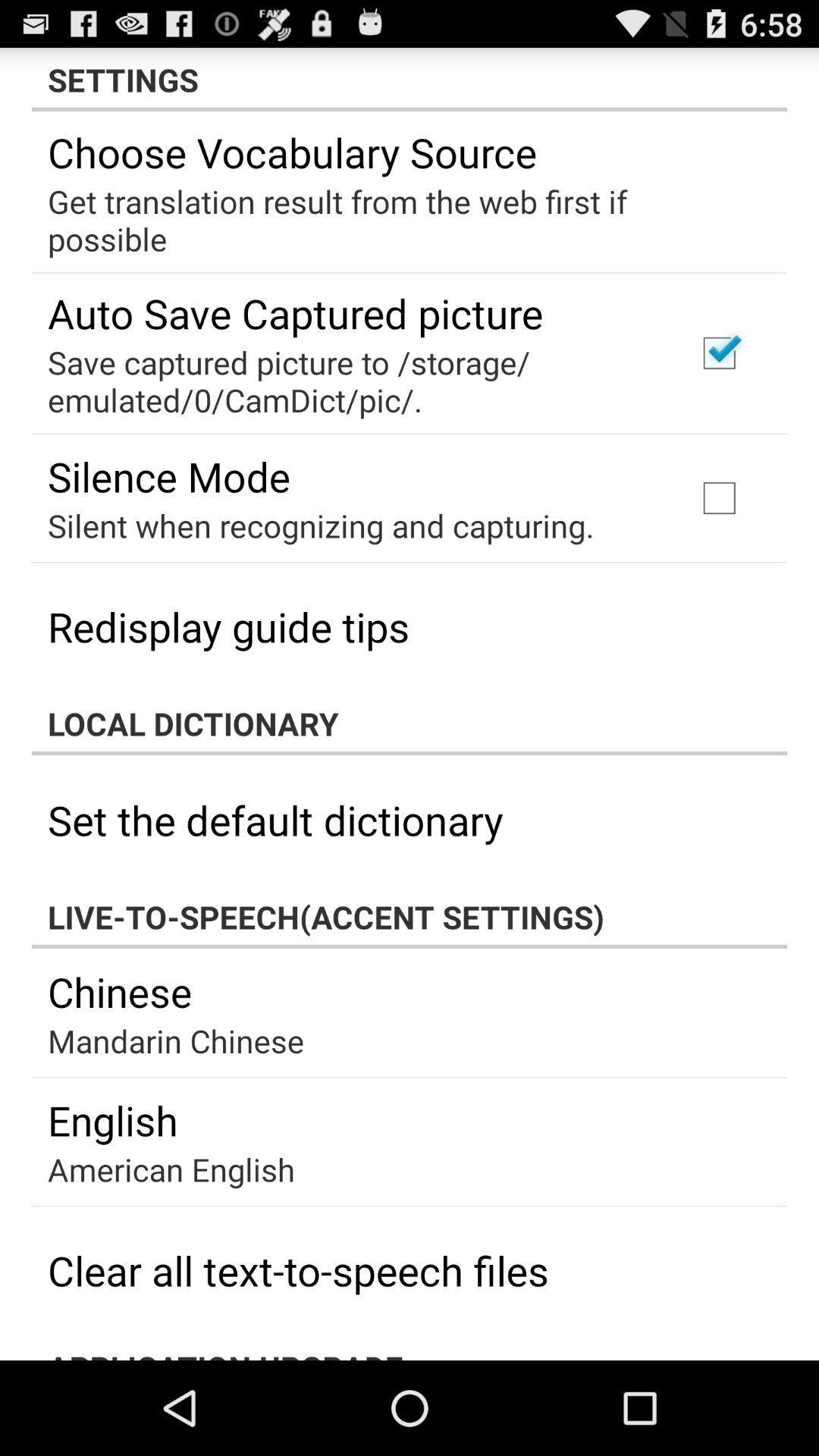 The width and height of the screenshot is (819, 1456). What do you see at coordinates (320, 525) in the screenshot?
I see `the icon below silence mode icon` at bounding box center [320, 525].